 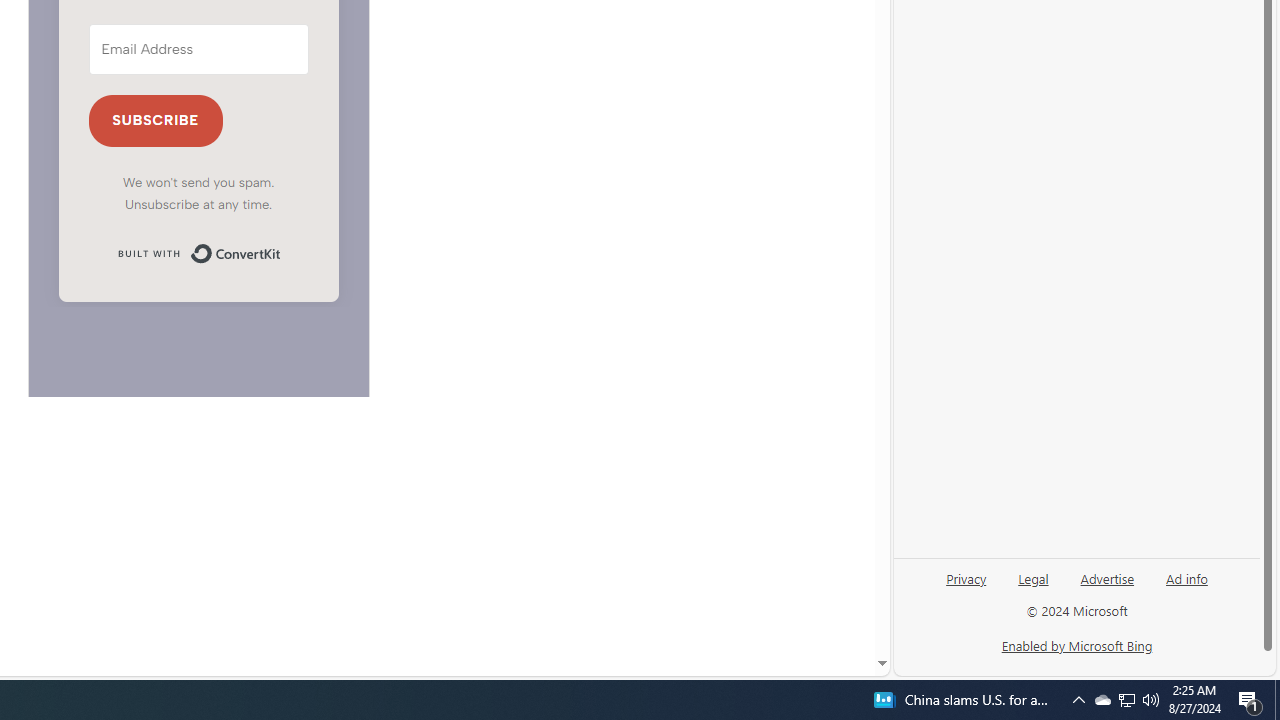 What do you see at coordinates (1033, 585) in the screenshot?
I see `'Legal'` at bounding box center [1033, 585].